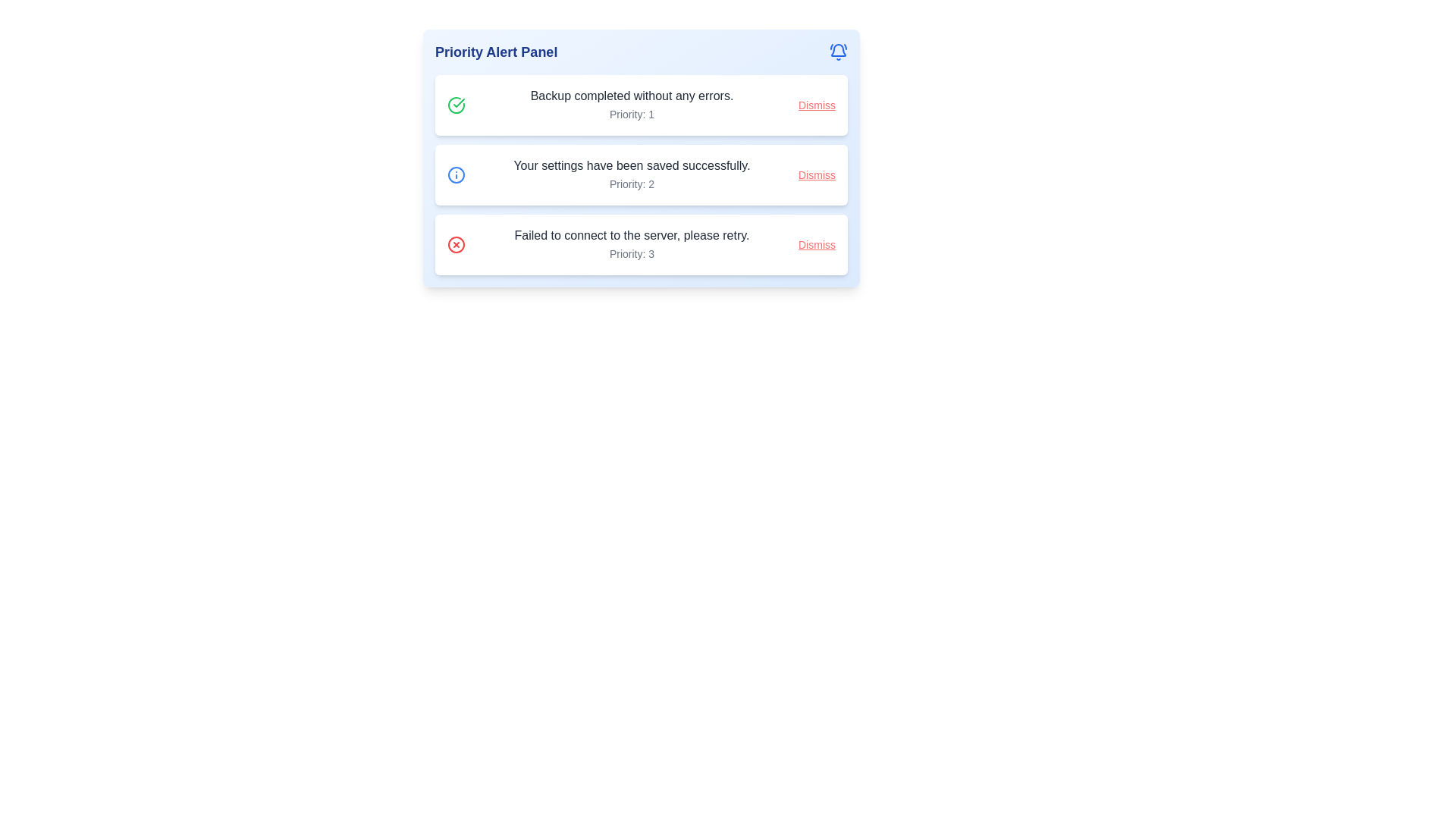 Image resolution: width=1456 pixels, height=819 pixels. I want to click on the button styled as a hyperlink located at the top-right corner of the notification card, so click(816, 104).